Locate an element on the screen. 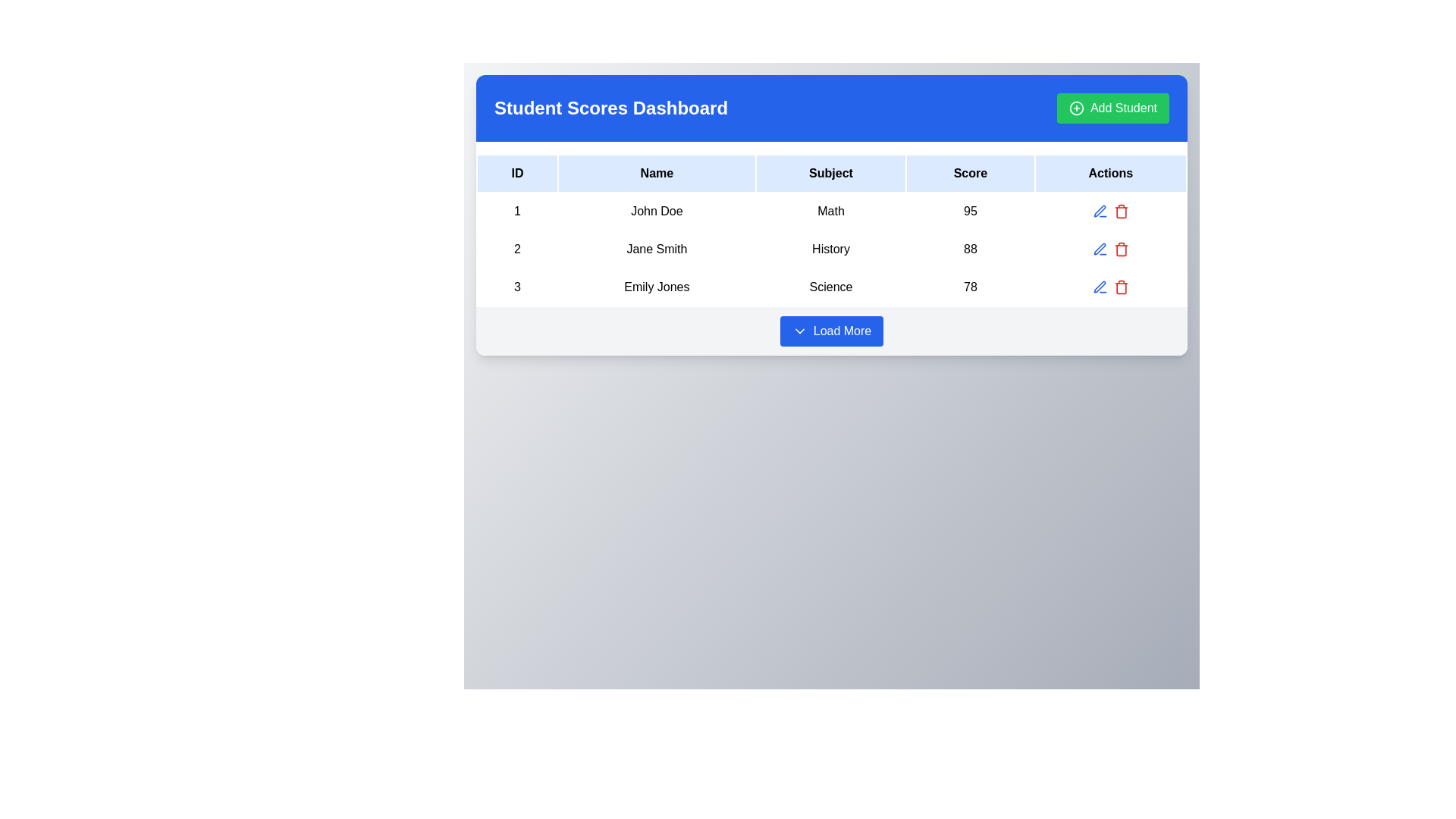 The width and height of the screenshot is (1456, 819). the text element displaying the subject associated with the student in the third row under the 'Subject' column of the data table is located at coordinates (831, 287).